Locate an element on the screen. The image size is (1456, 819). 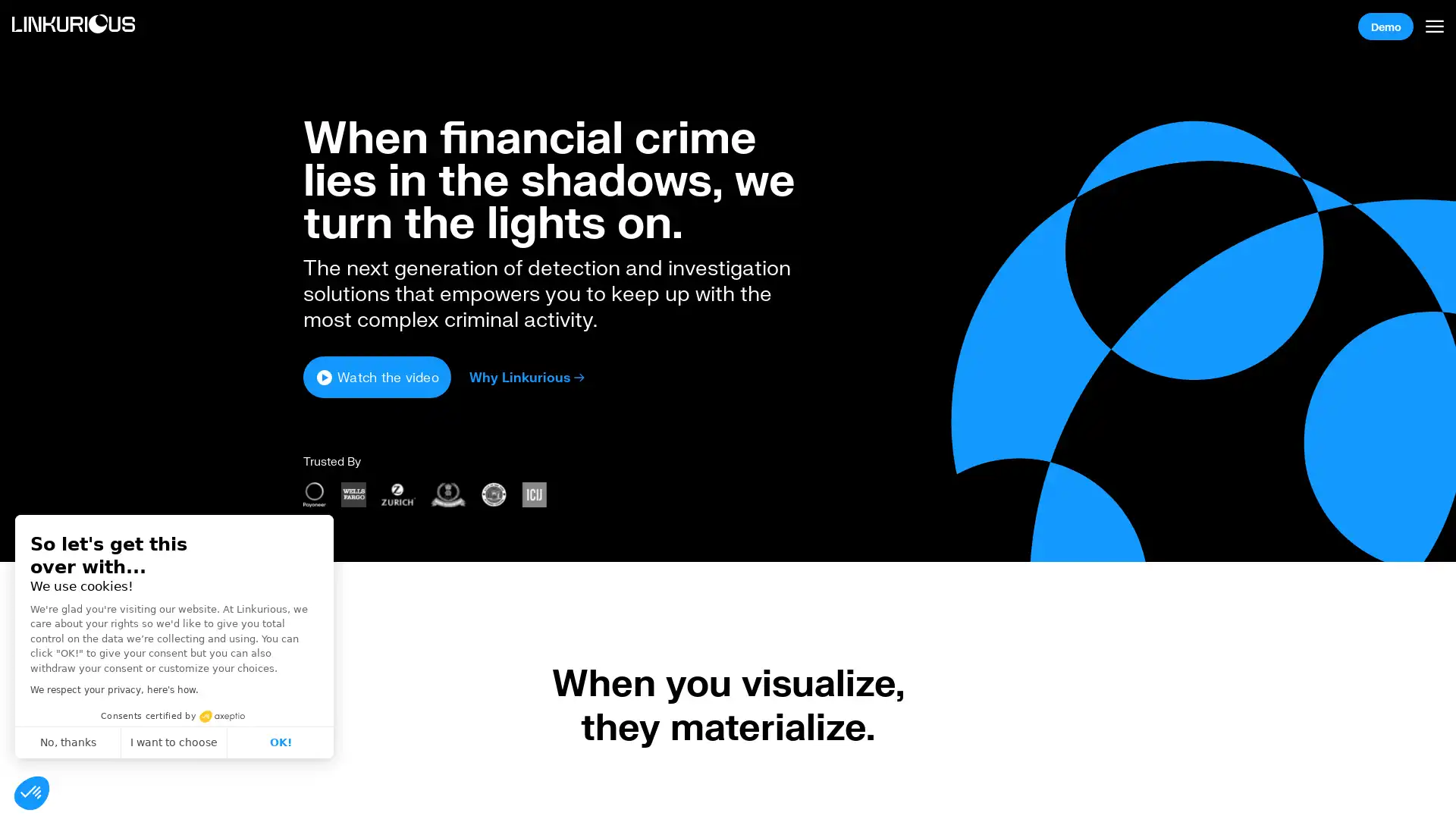
OK! is located at coordinates (280, 742).